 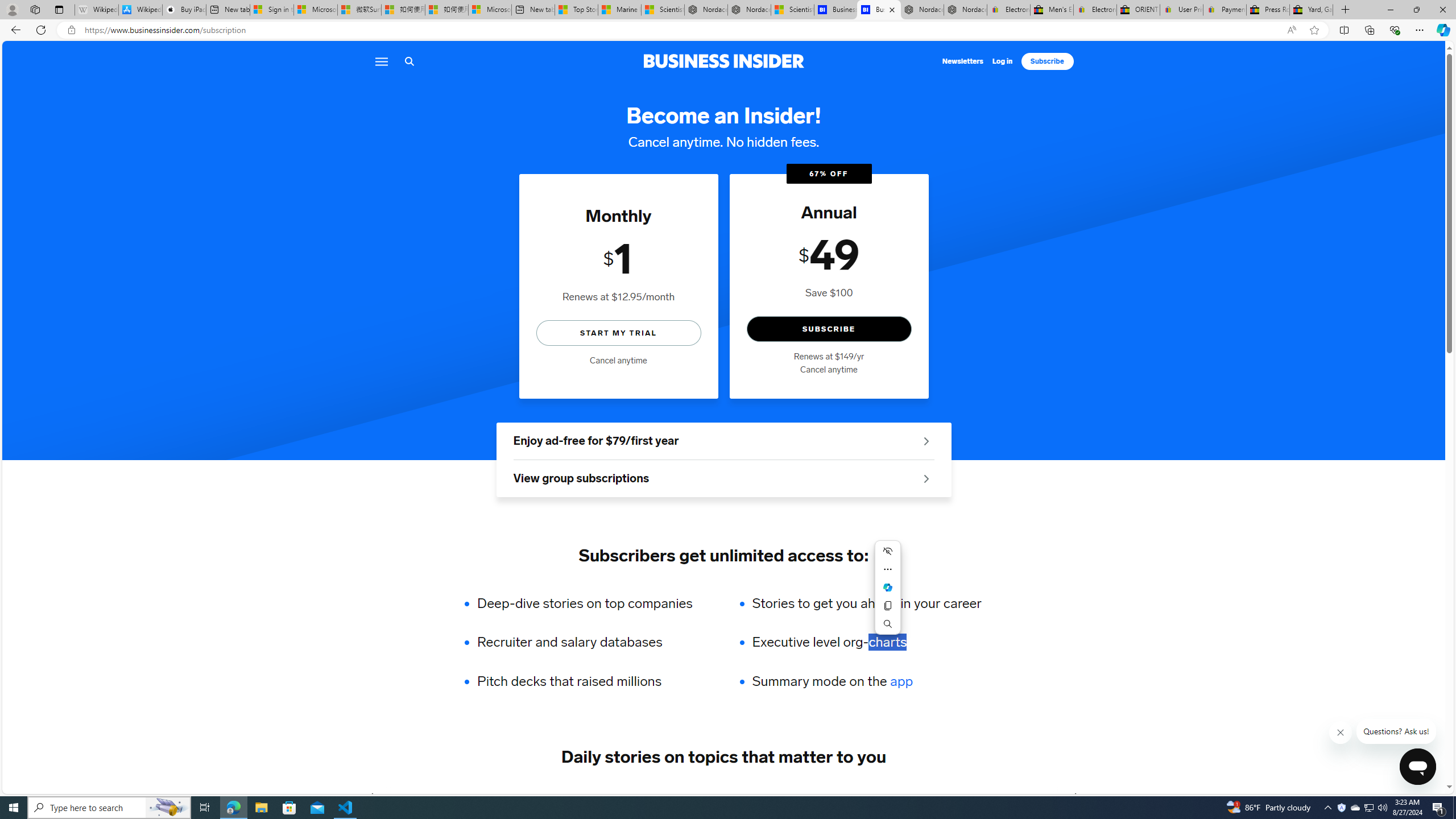 I want to click on 'Nordace - Summer Adventures 2024', so click(x=922, y=9).